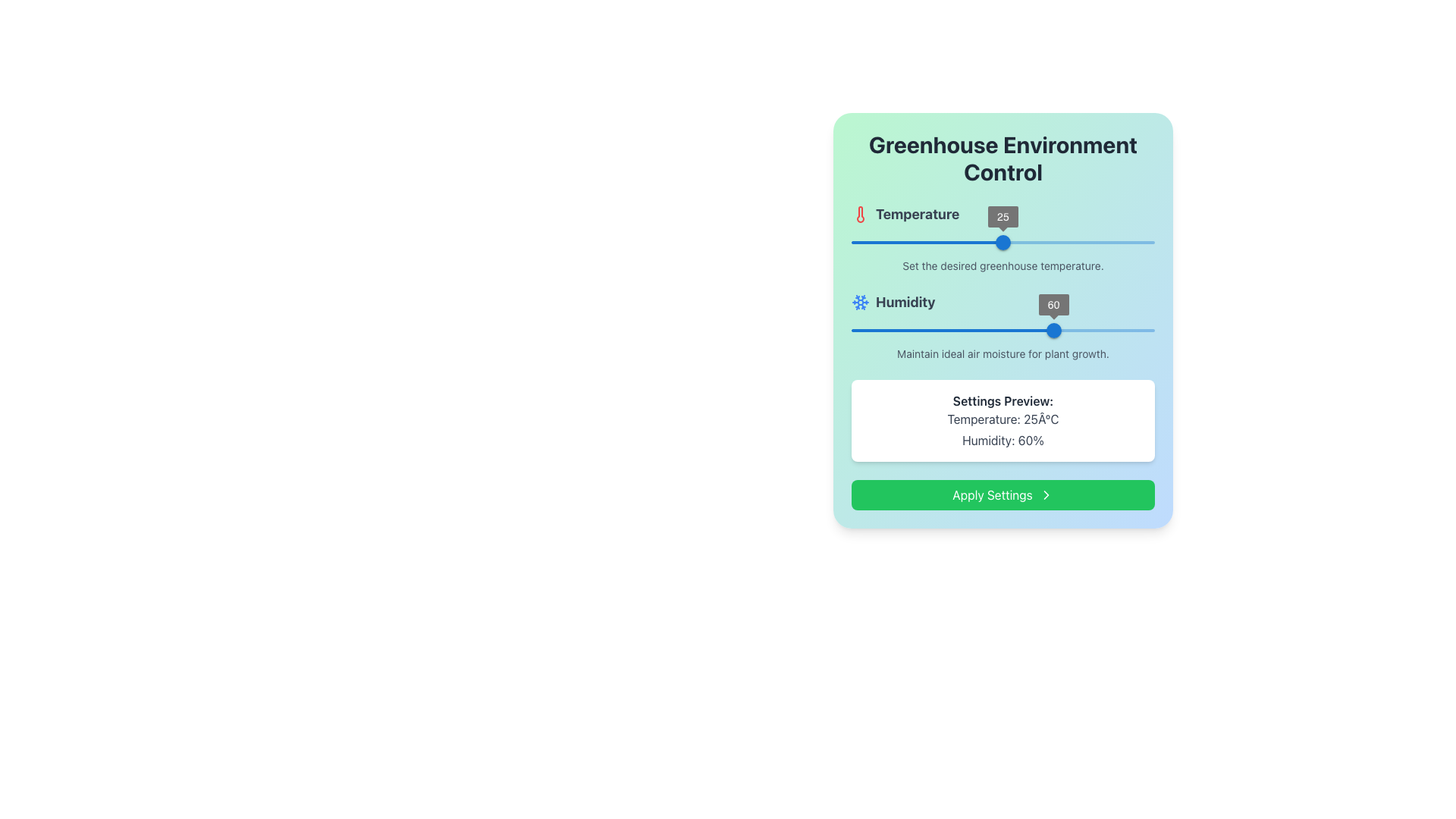  Describe the element at coordinates (1054, 329) in the screenshot. I see `the humidity level` at that location.